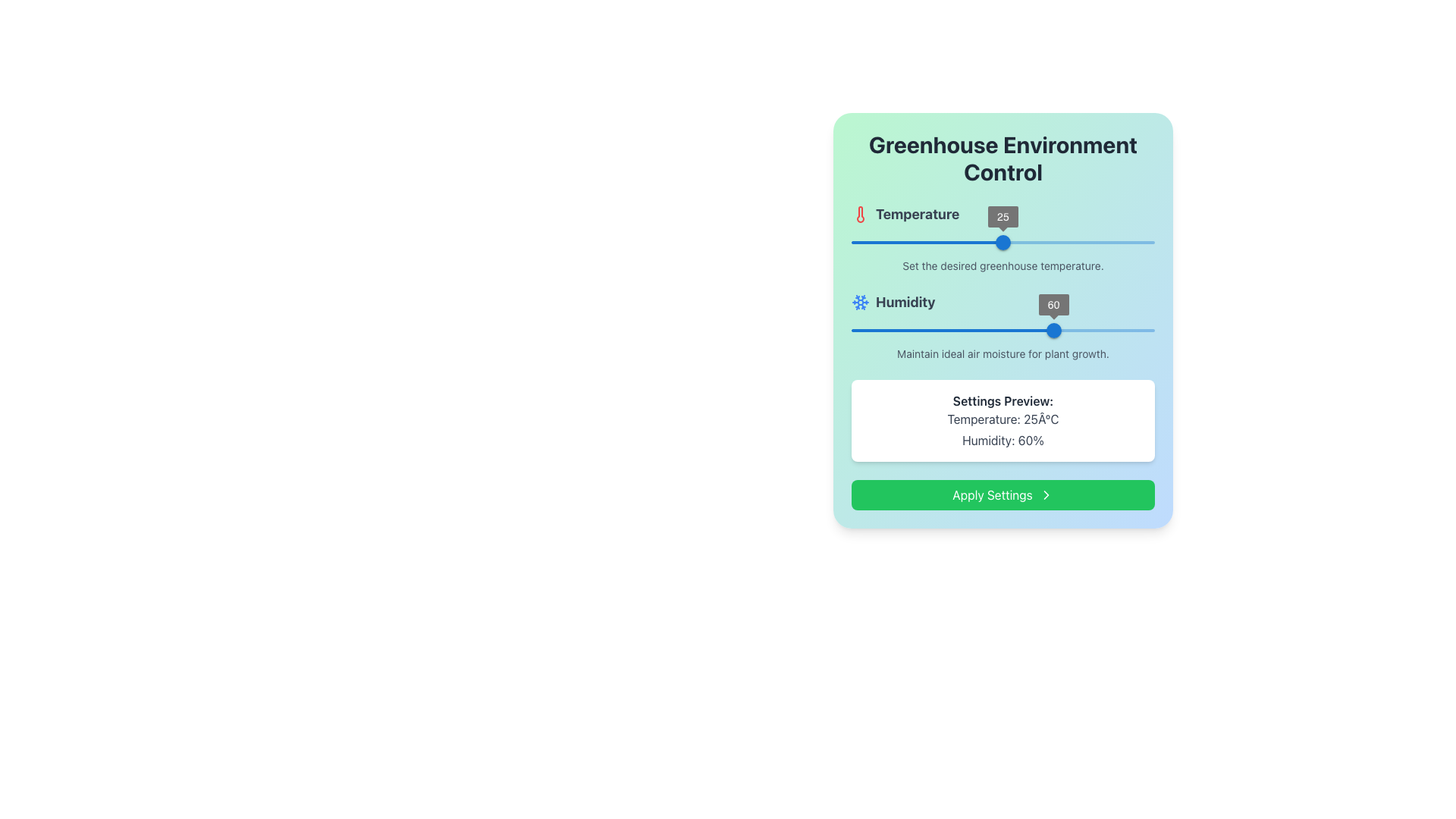  Describe the element at coordinates (1054, 329) in the screenshot. I see `the humidity level` at that location.